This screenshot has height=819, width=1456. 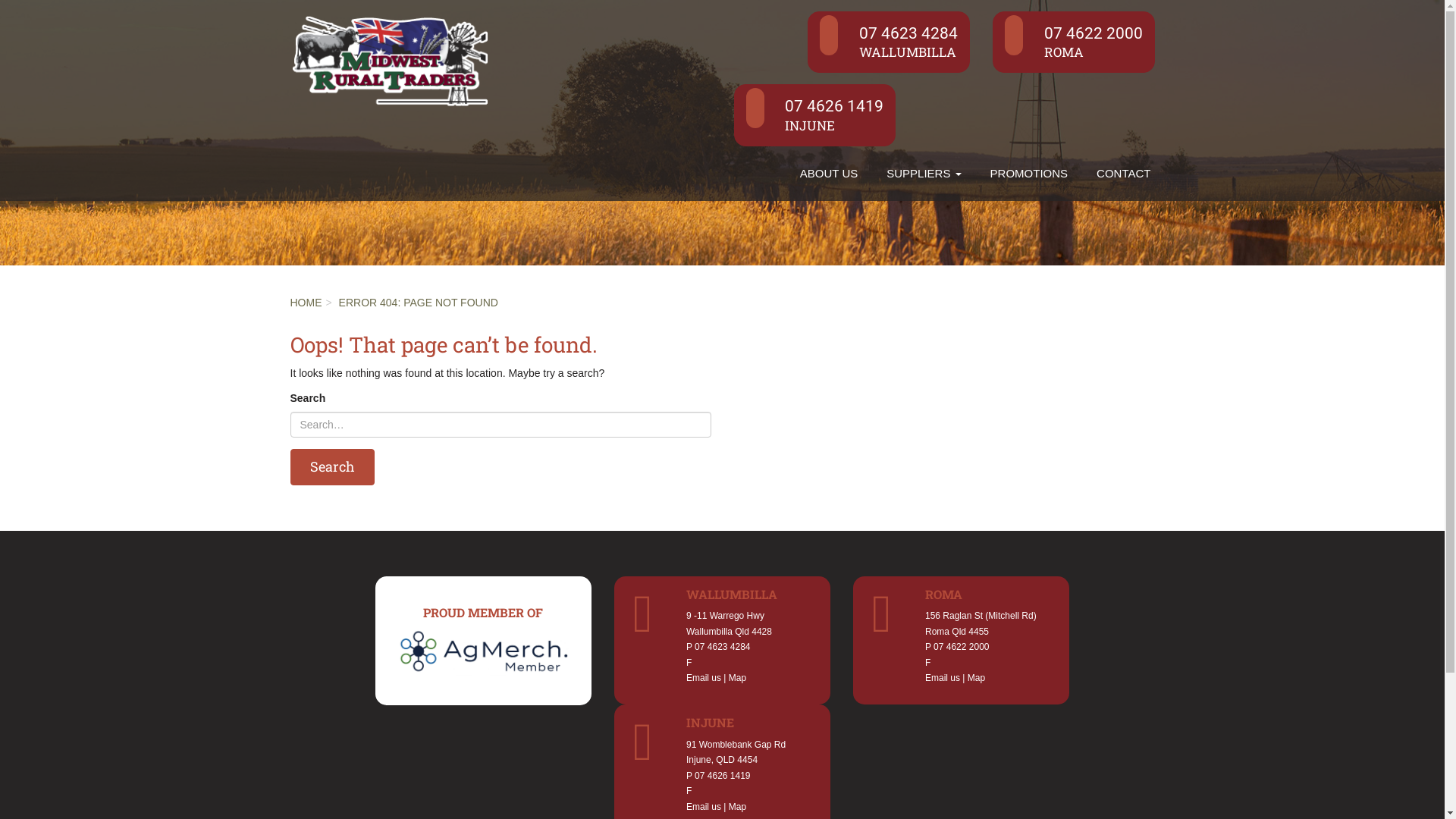 What do you see at coordinates (389, 57) in the screenshot?
I see `'Midwest Rural Traders home page'` at bounding box center [389, 57].